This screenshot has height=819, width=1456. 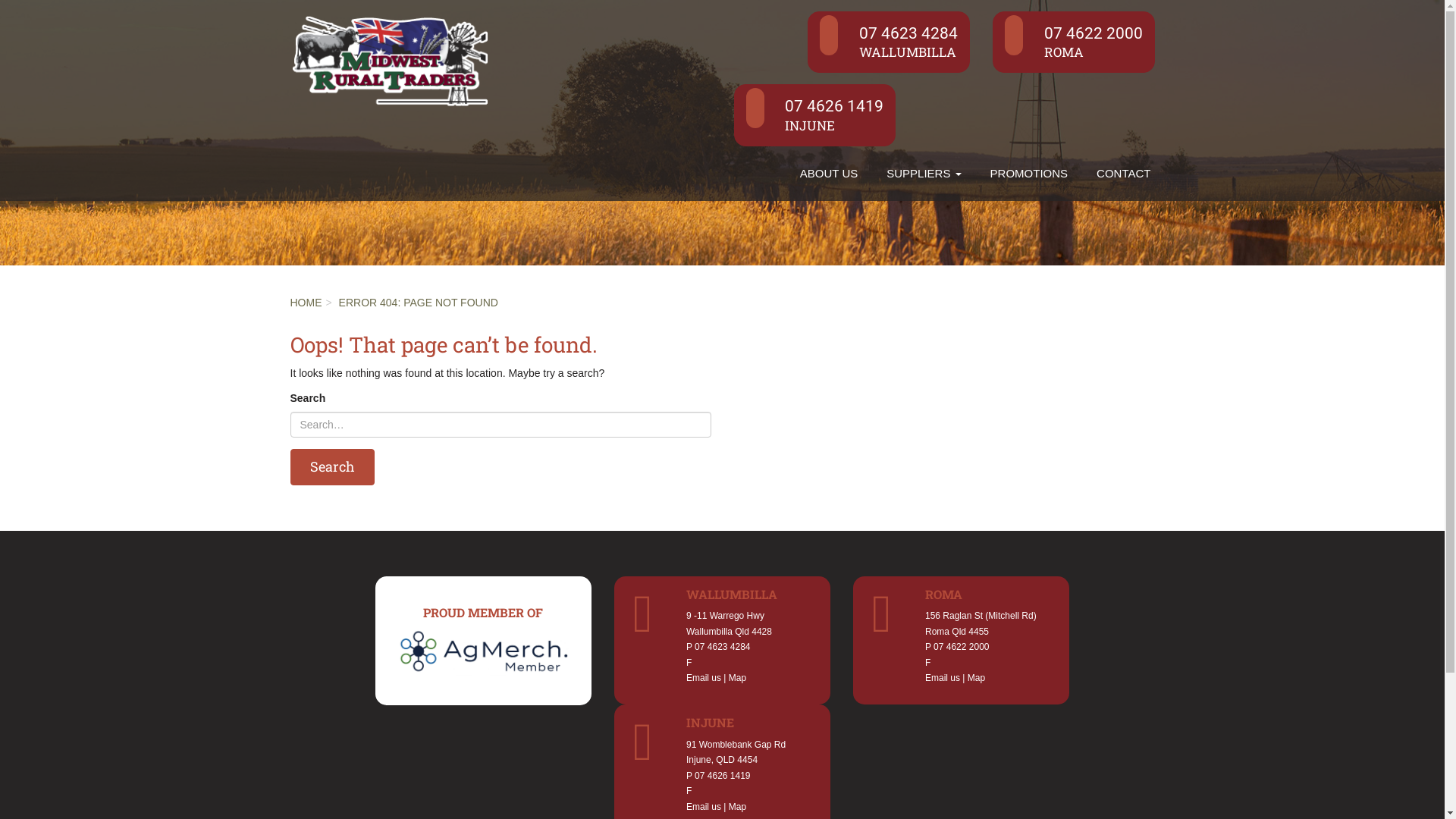 What do you see at coordinates (389, 57) in the screenshot?
I see `'Midwest Rural Traders home page'` at bounding box center [389, 57].